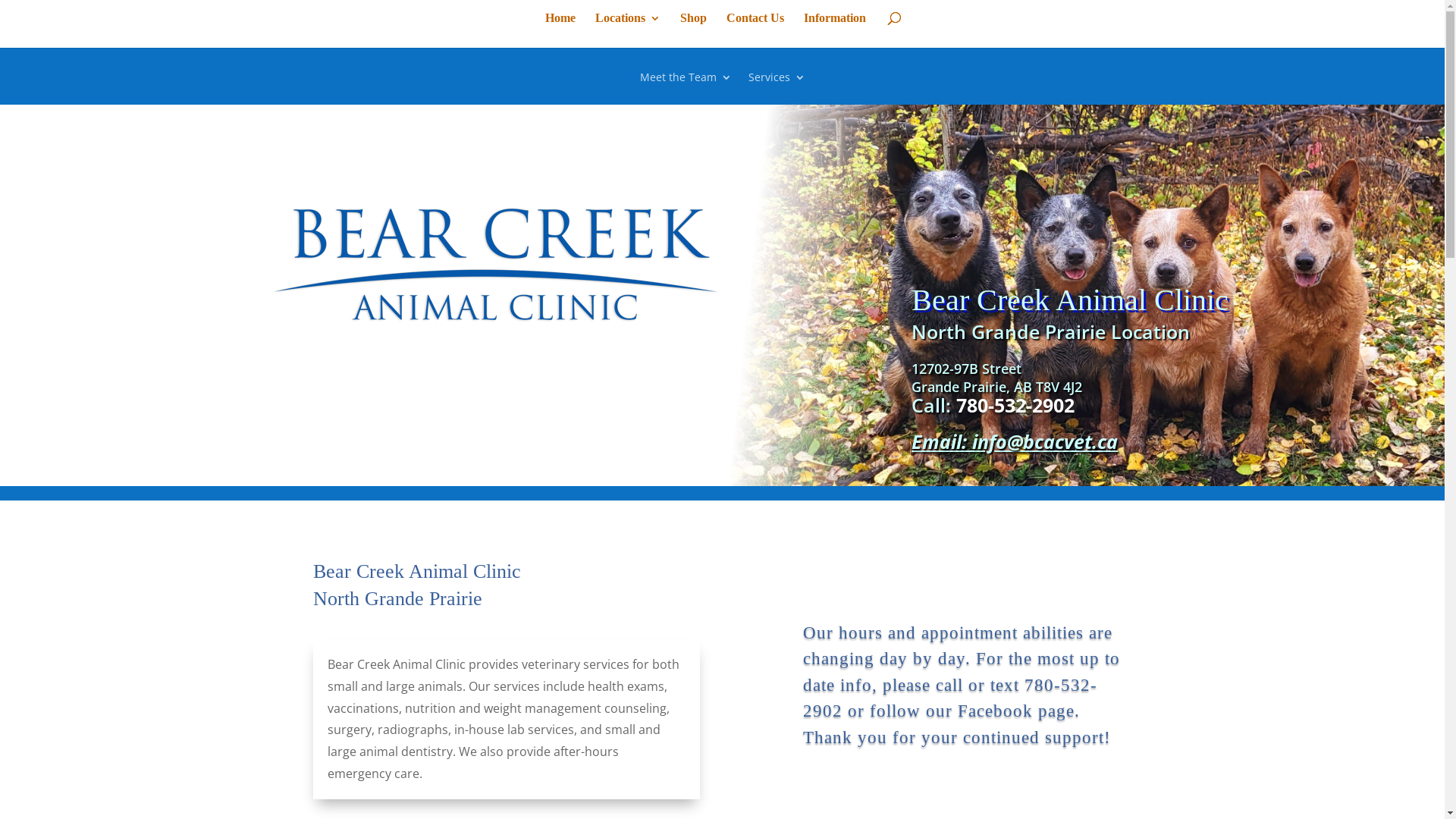 This screenshot has width=1456, height=819. Describe the element at coordinates (1015, 403) in the screenshot. I see `'780-532-2902'` at that location.